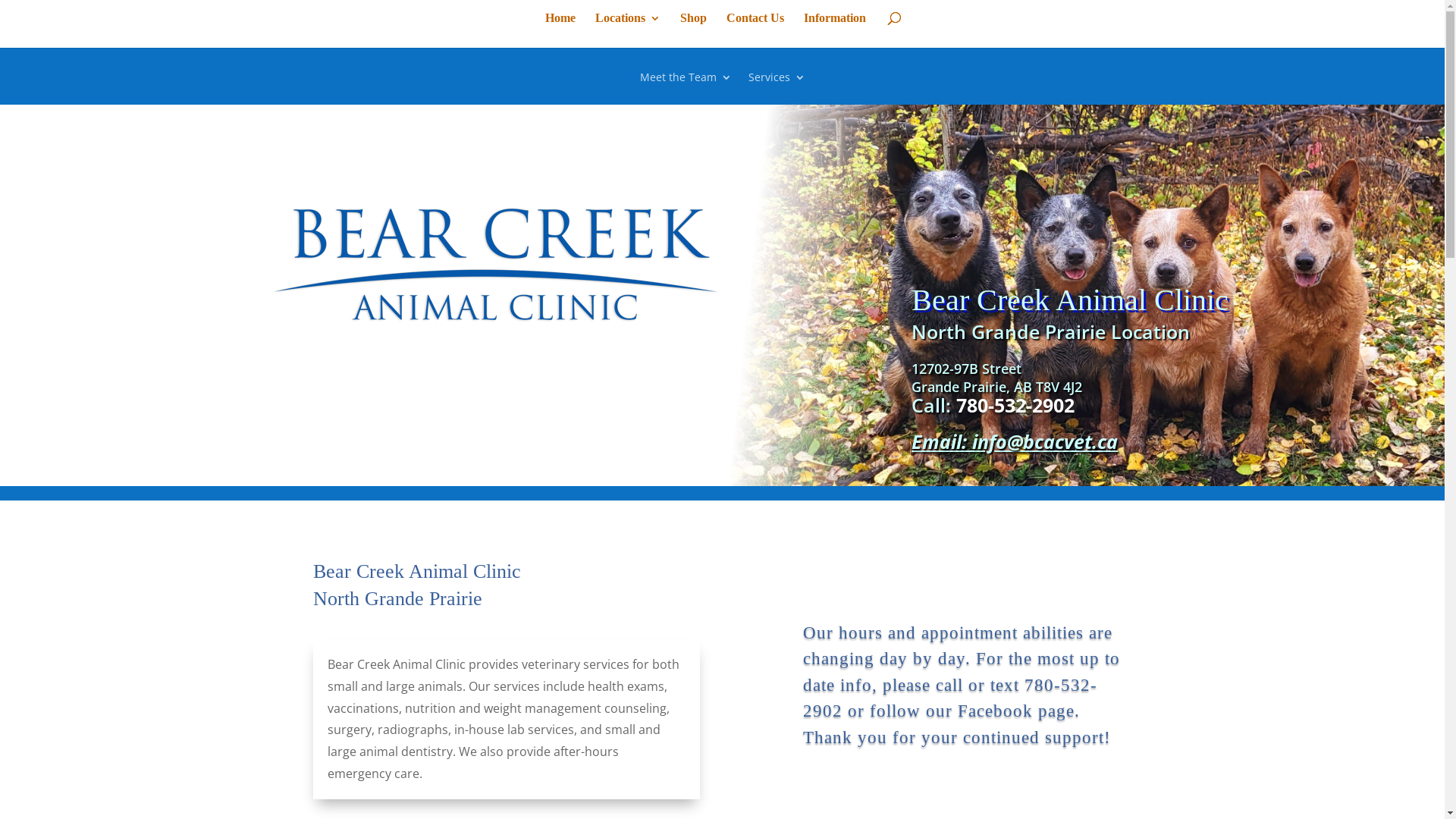 This screenshot has width=1456, height=819. Describe the element at coordinates (1015, 403) in the screenshot. I see `'780-532-2902'` at that location.